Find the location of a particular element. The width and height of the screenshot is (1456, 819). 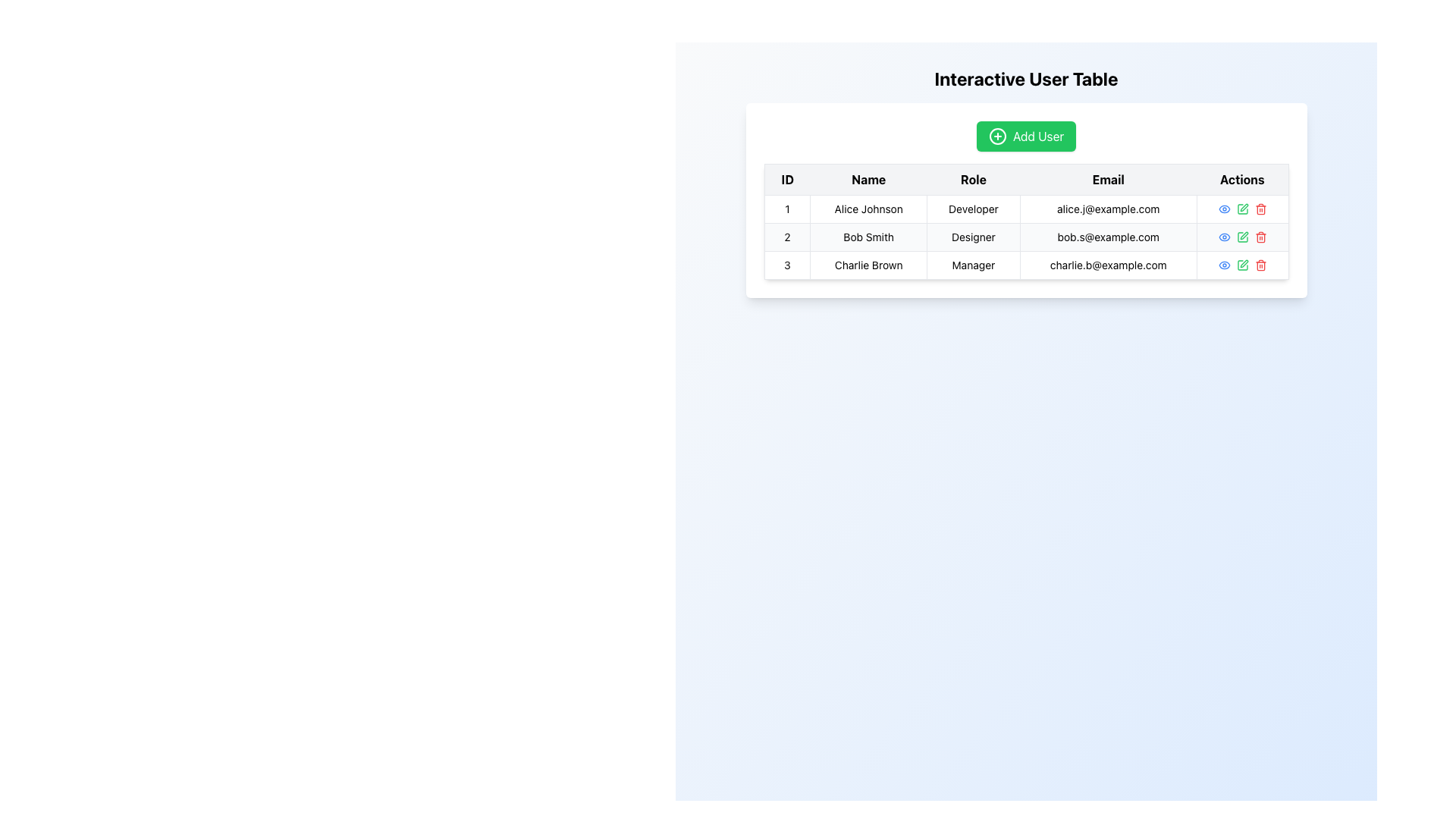

the edit action button represented by a pencil icon is located at coordinates (1242, 209).